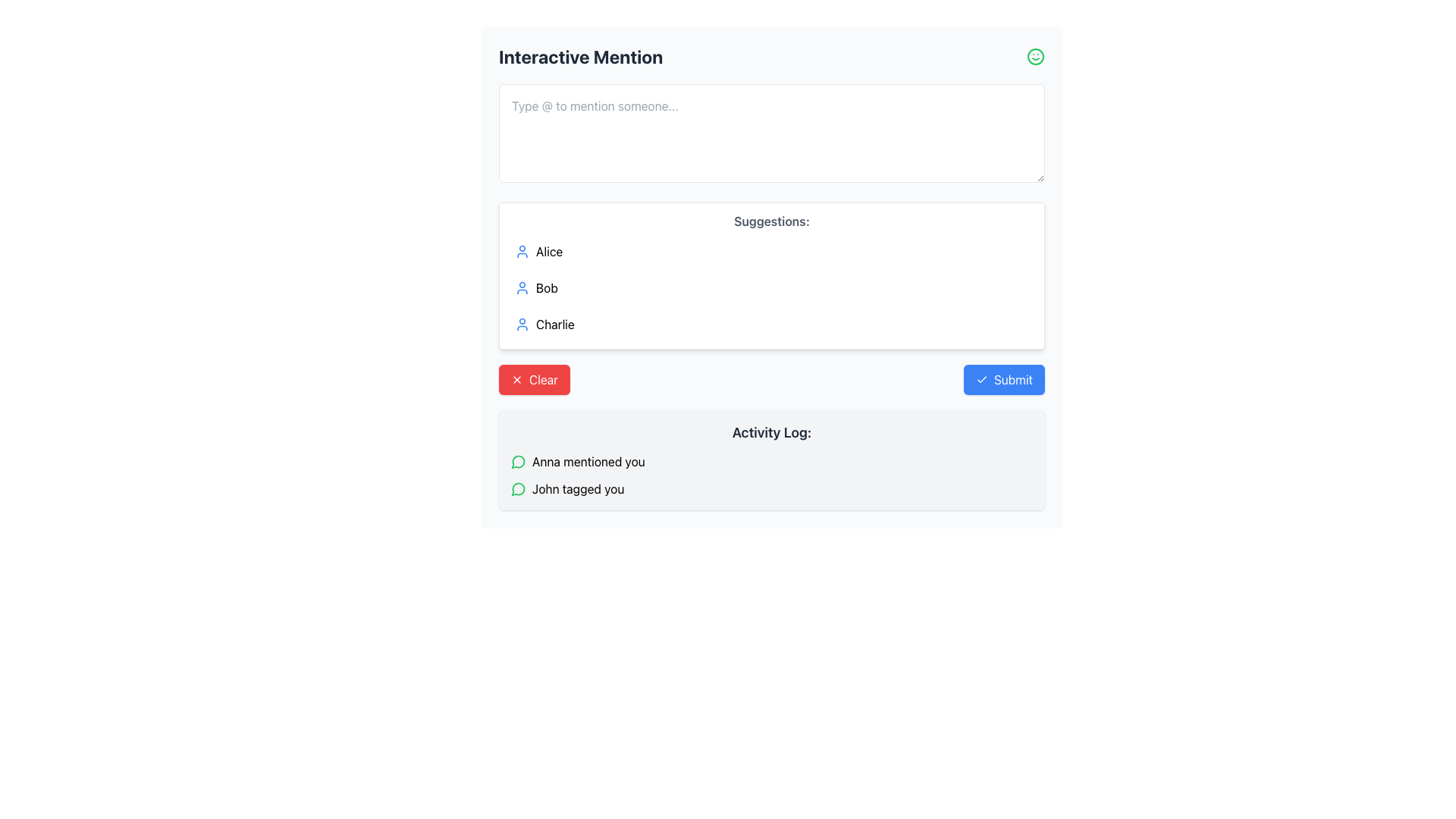  What do you see at coordinates (522, 250) in the screenshot?
I see `the user icon representing 'Alice' in the suggestions list, which is located in the upper central area of the interface` at bounding box center [522, 250].